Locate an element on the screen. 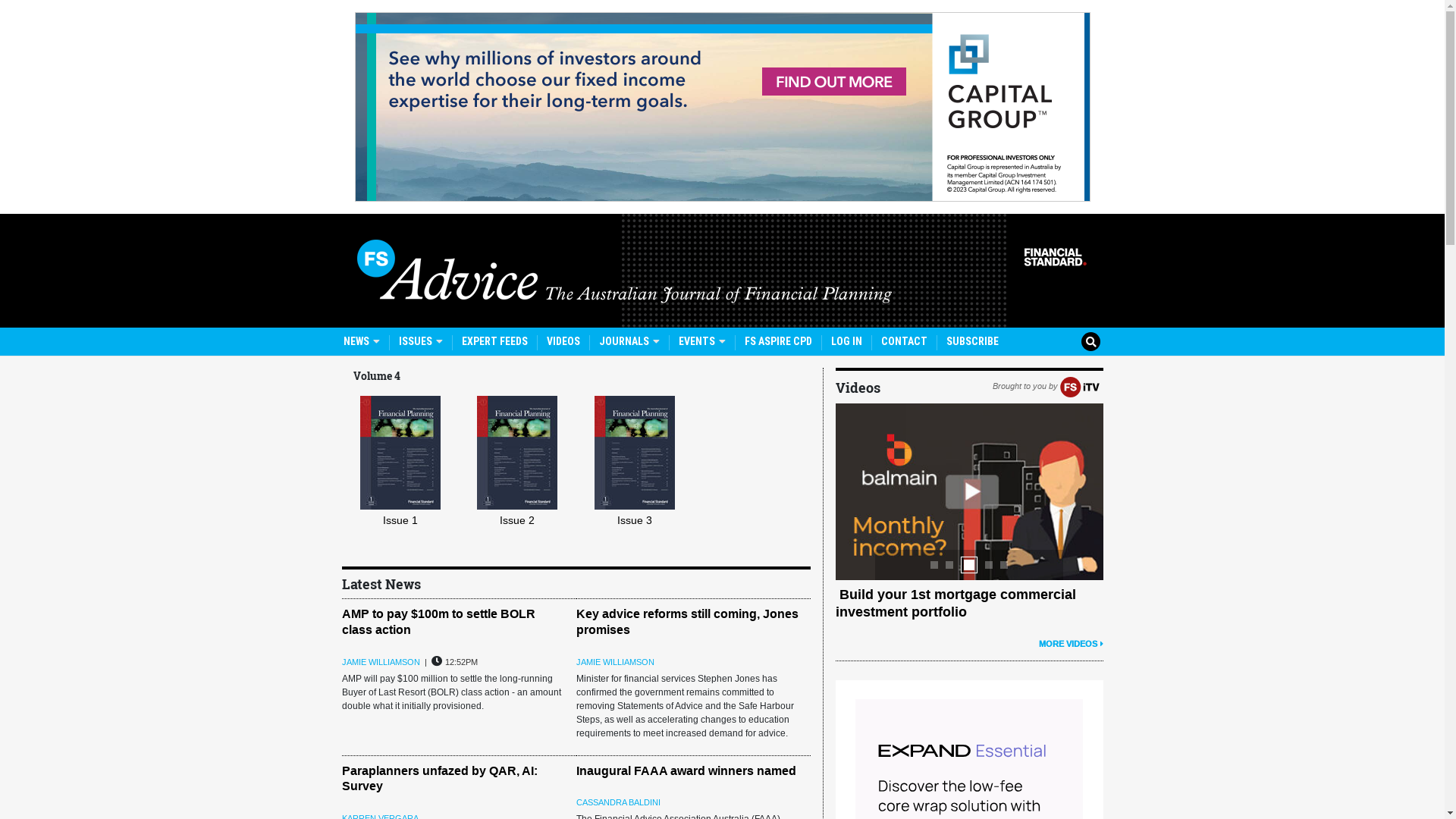 Image resolution: width=1456 pixels, height=819 pixels. 'Volume 4, Issue 2' is located at coordinates (475, 452).